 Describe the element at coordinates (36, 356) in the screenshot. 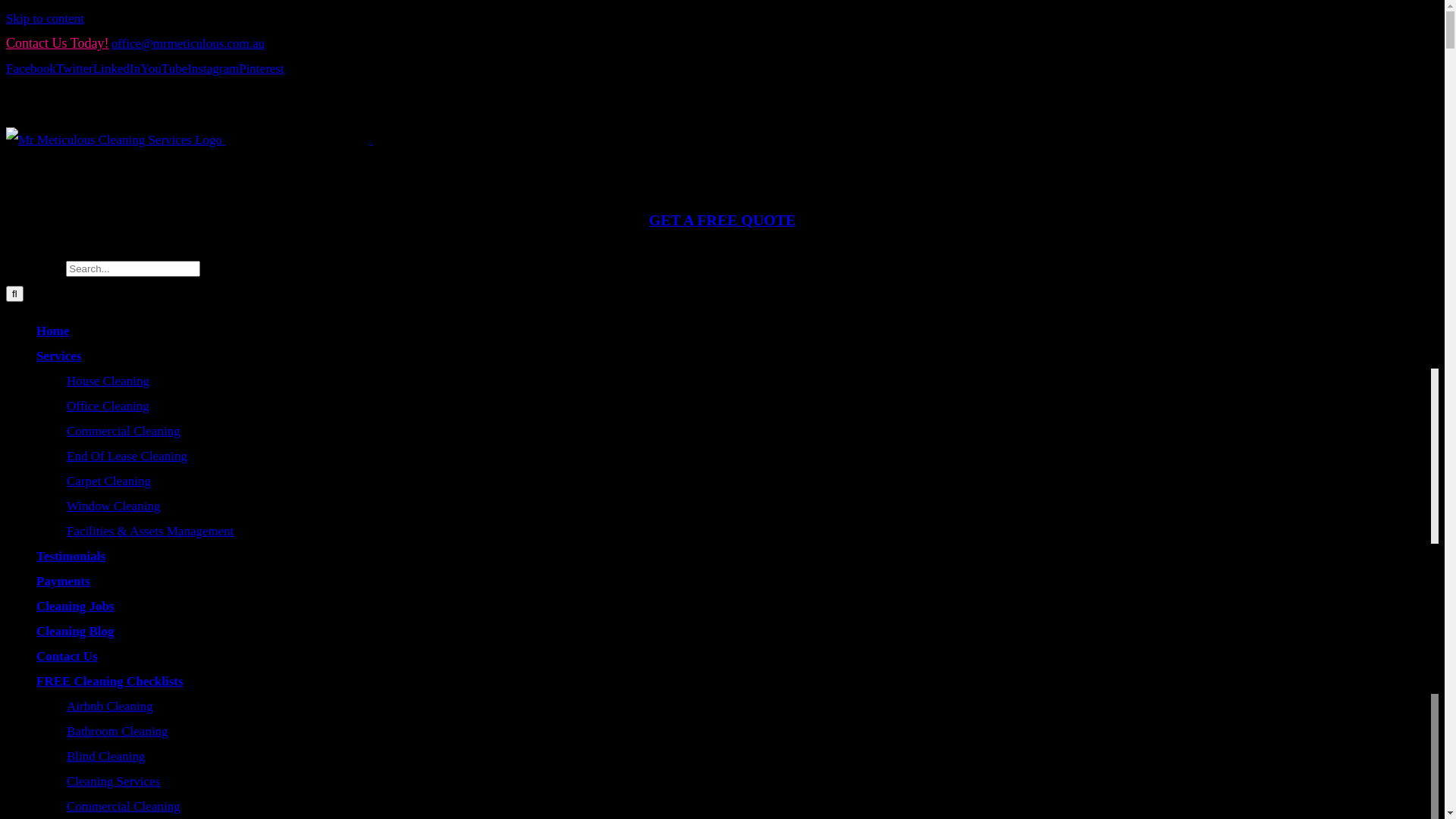

I see `'Services'` at that location.